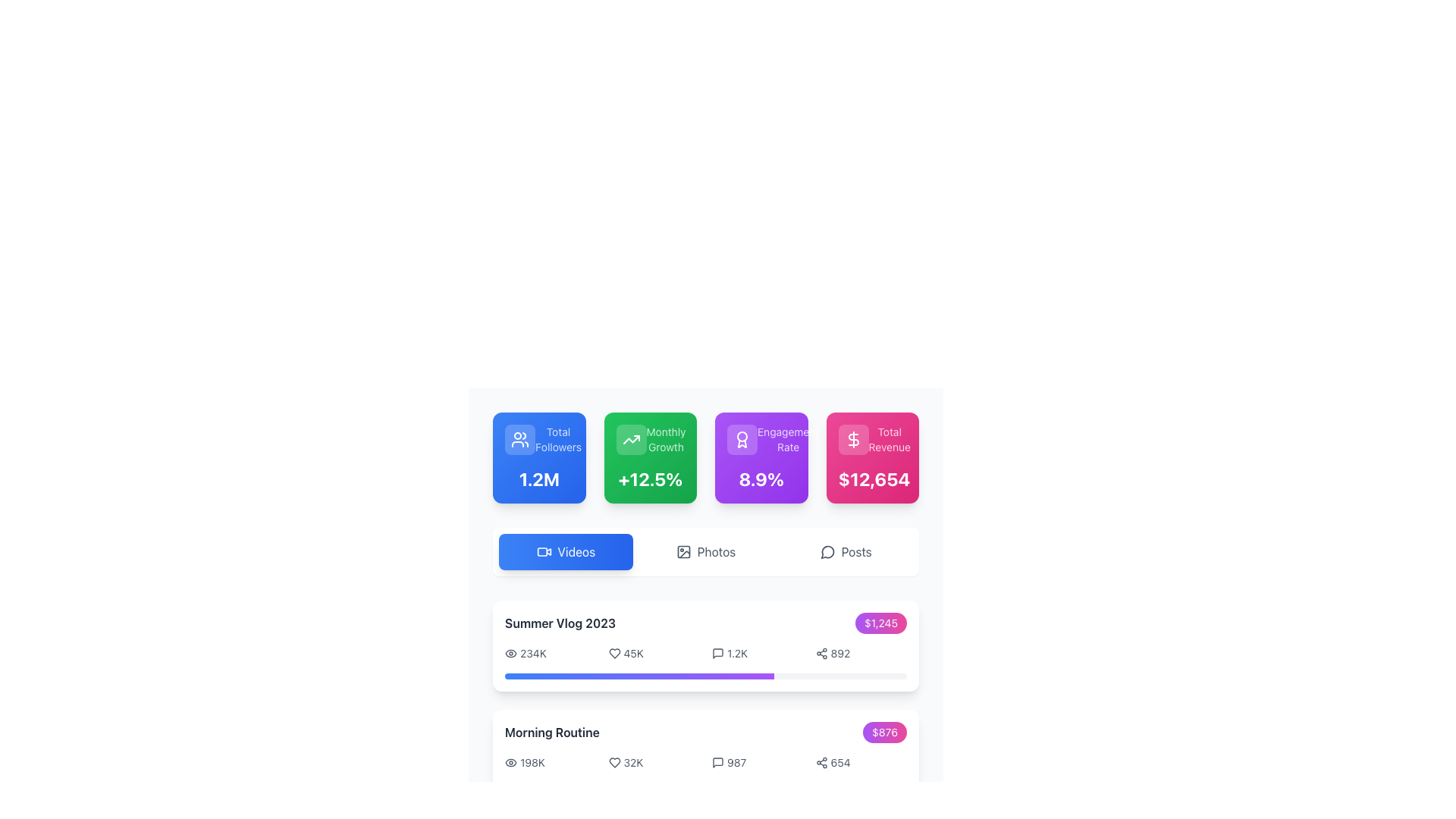 This screenshot has width=1456, height=819. Describe the element at coordinates (788, 439) in the screenshot. I see `text label that serves as a title for the associated metric displayed in the third metric card from the left in the top row of four cards` at that location.